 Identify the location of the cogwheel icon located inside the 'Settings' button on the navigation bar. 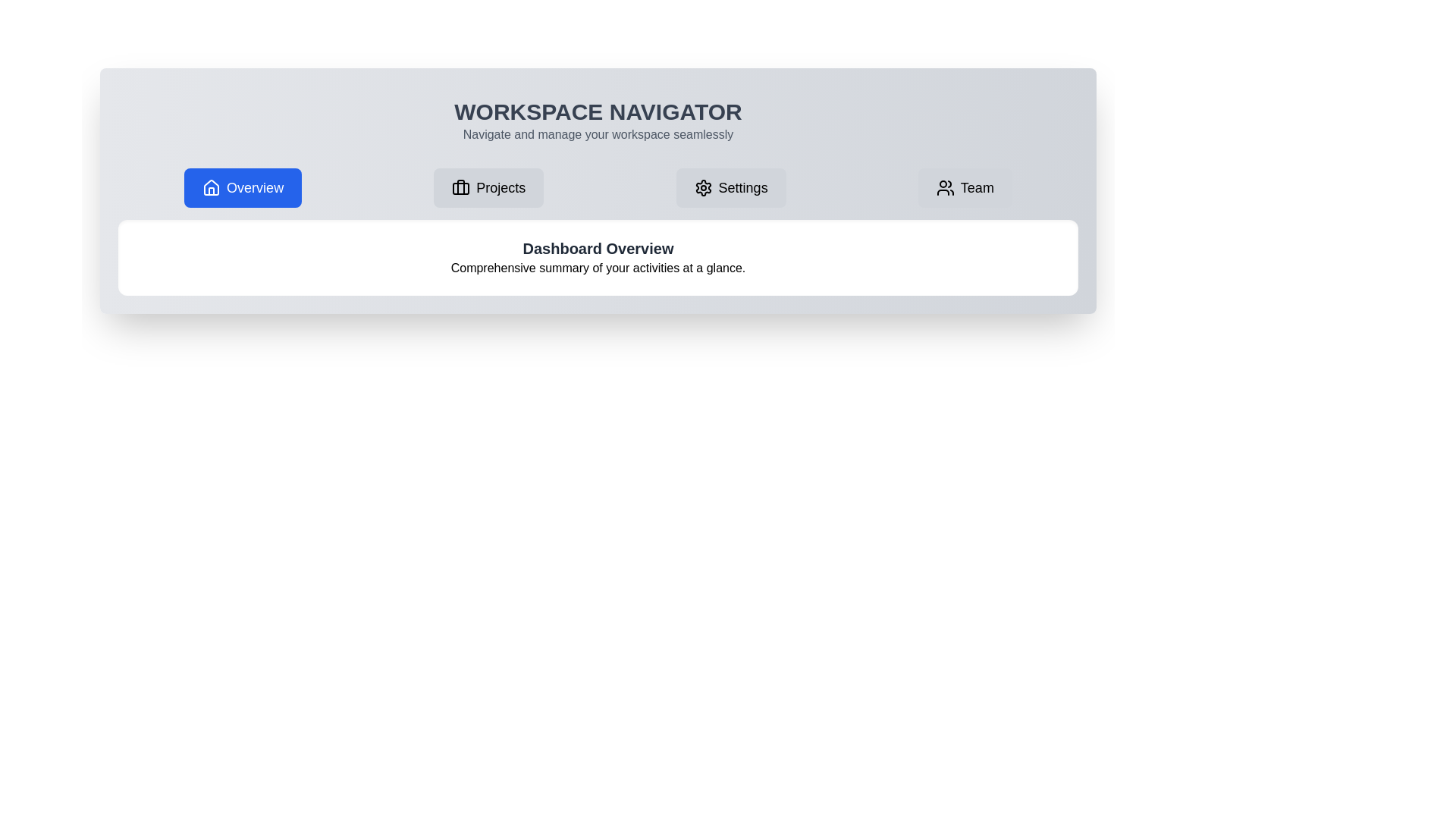
(702, 187).